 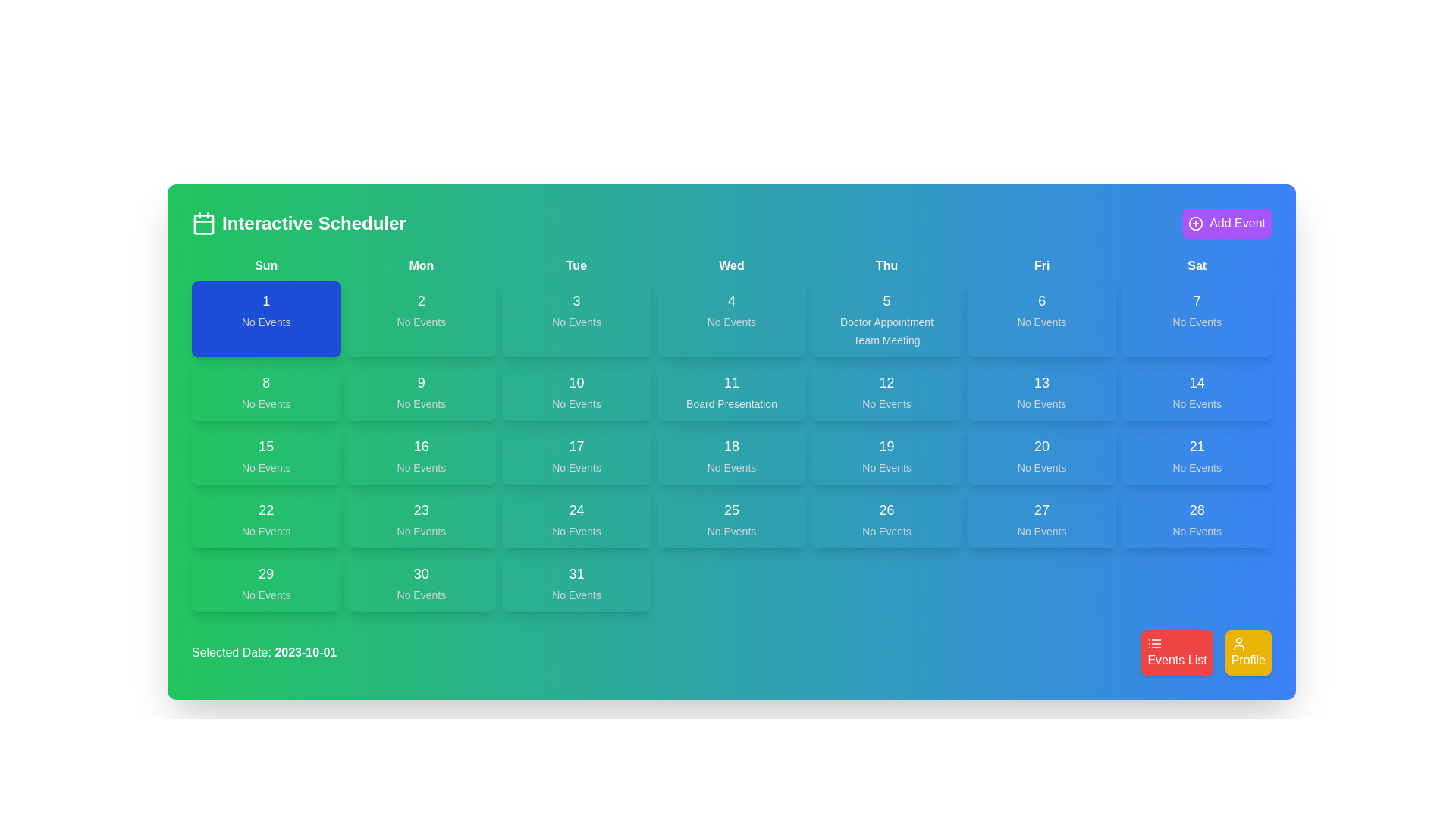 I want to click on the Text Label element displaying the number '4', which is centered within the cell for Wednesday in a calendar view, so click(x=731, y=301).